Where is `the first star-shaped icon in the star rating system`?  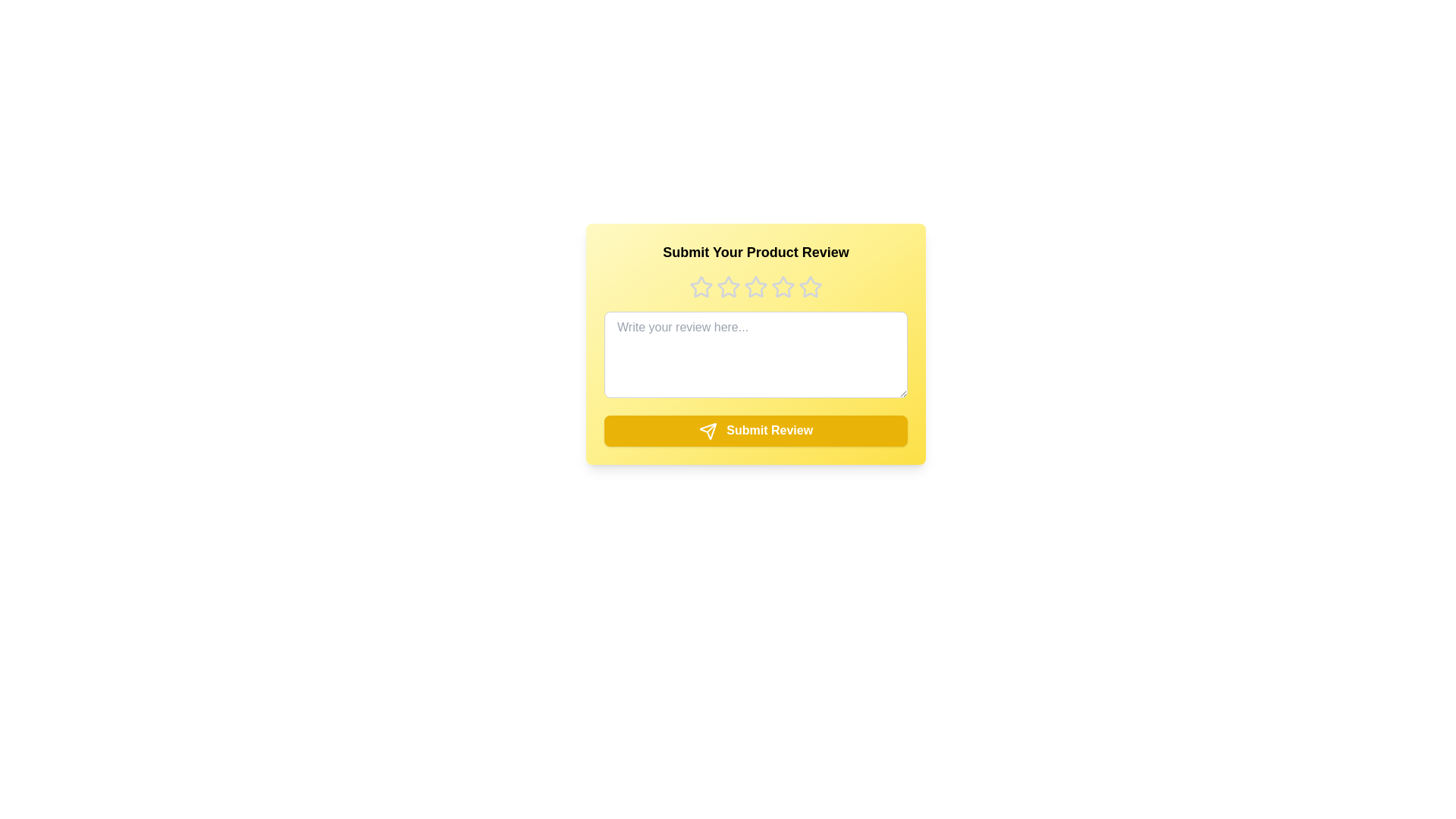
the first star-shaped icon in the star rating system is located at coordinates (701, 287).